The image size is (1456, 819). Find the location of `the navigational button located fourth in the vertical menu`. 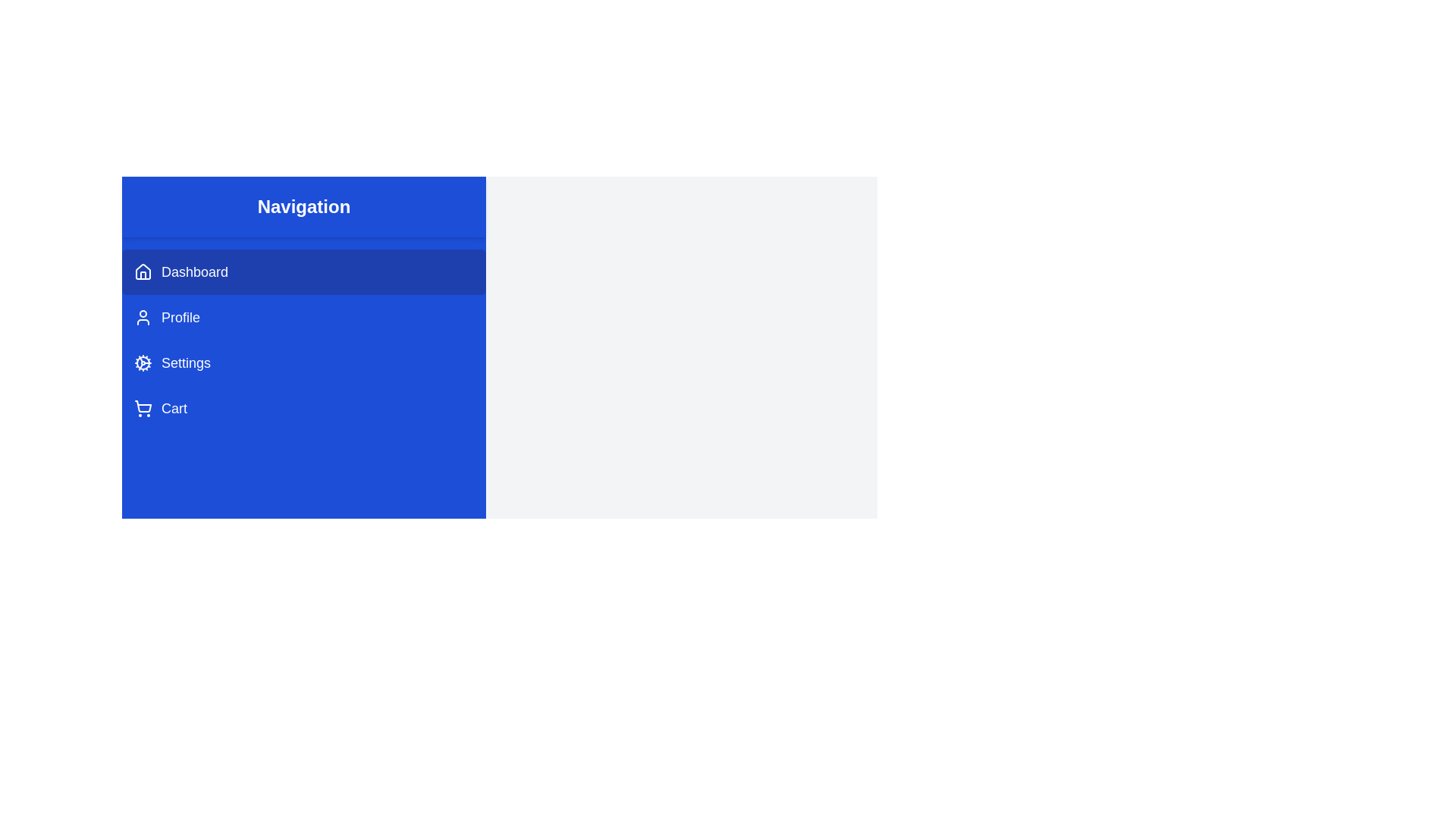

the navigational button located fourth in the vertical menu is located at coordinates (303, 408).